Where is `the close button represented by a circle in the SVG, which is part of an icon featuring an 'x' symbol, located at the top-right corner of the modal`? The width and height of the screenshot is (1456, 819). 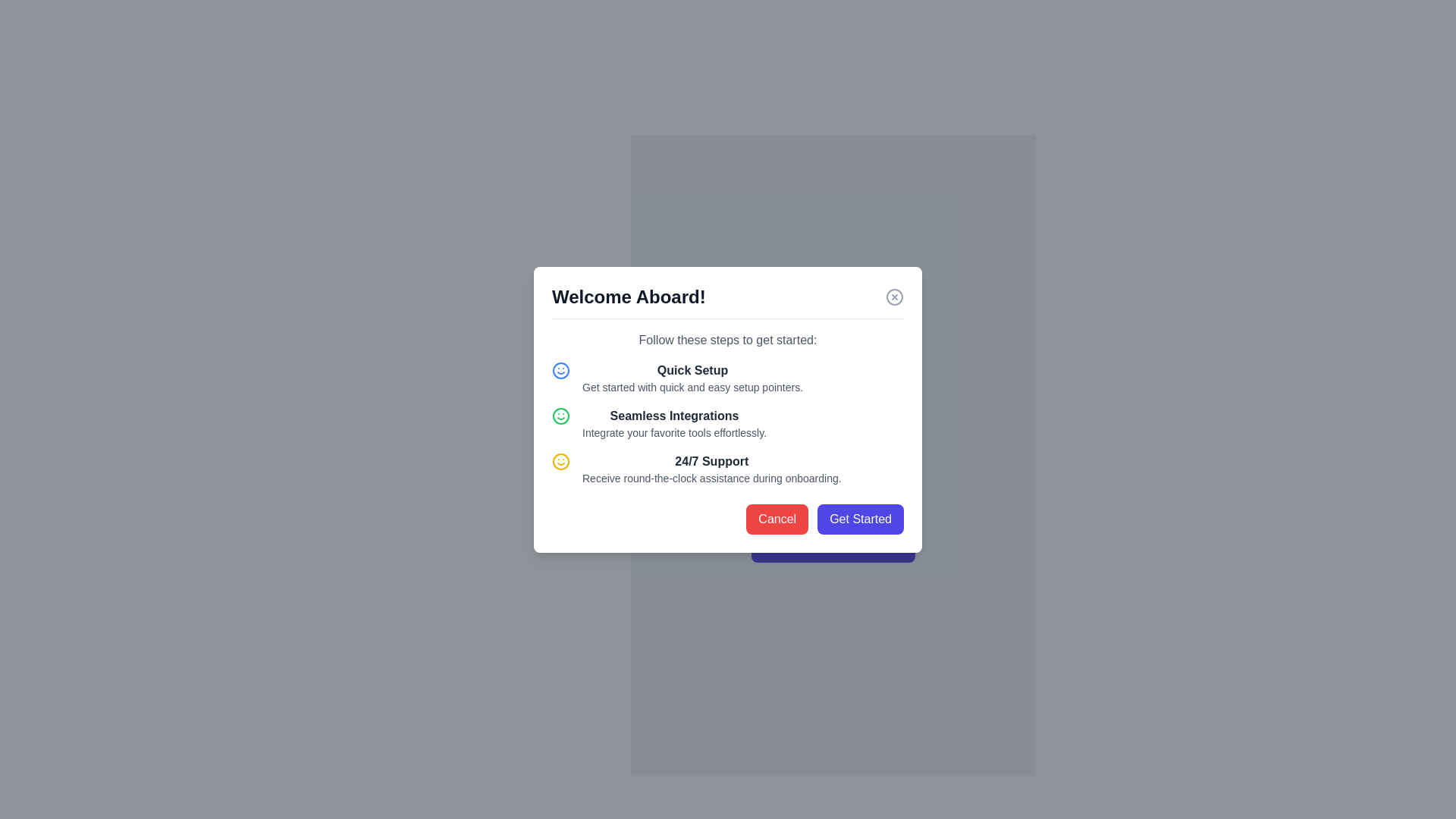
the close button represented by a circle in the SVG, which is part of an icon featuring an 'x' symbol, located at the top-right corner of the modal is located at coordinates (895, 297).